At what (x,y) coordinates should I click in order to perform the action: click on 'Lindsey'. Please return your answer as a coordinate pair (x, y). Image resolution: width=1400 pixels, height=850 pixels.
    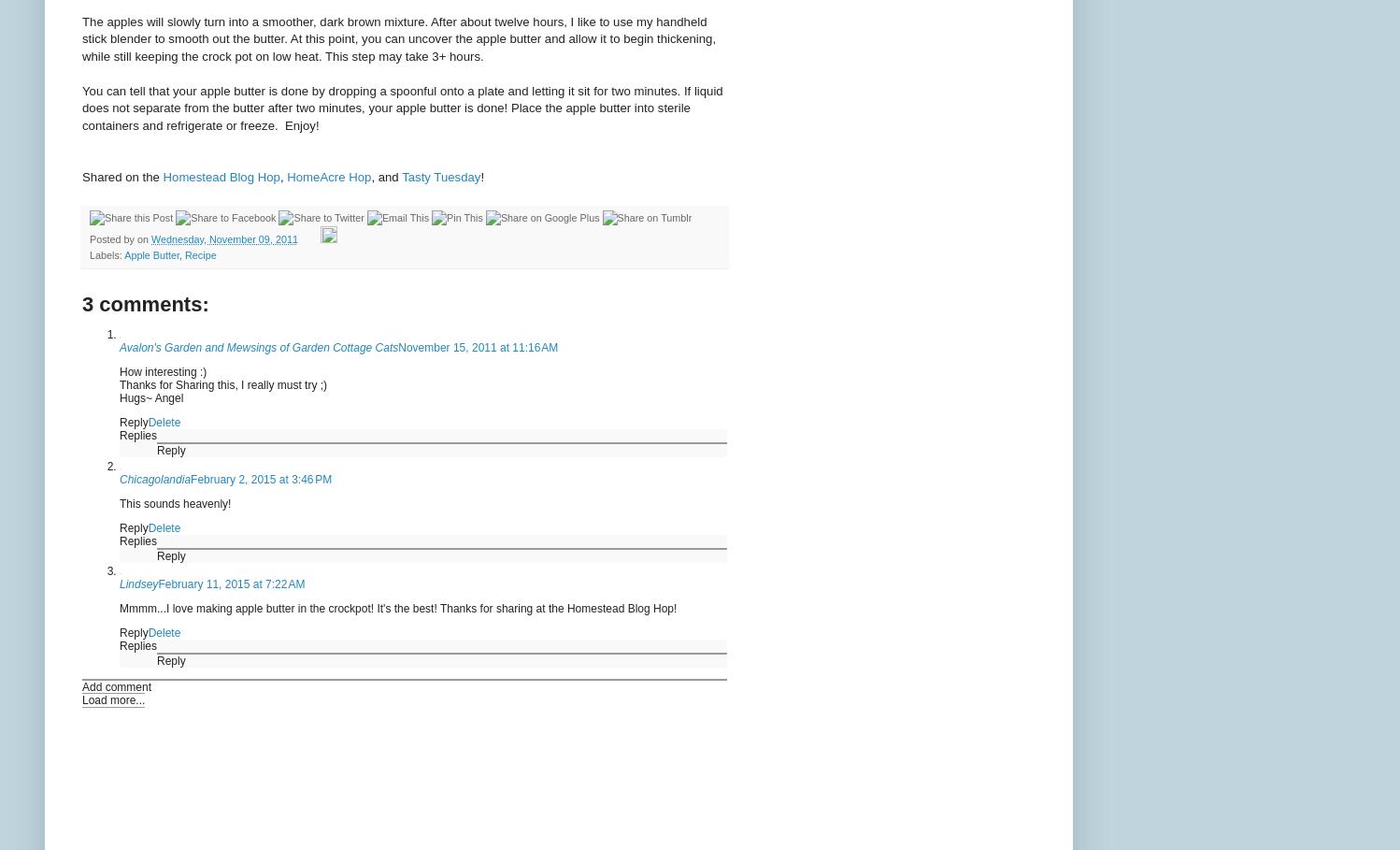
    Looking at the image, I should click on (138, 584).